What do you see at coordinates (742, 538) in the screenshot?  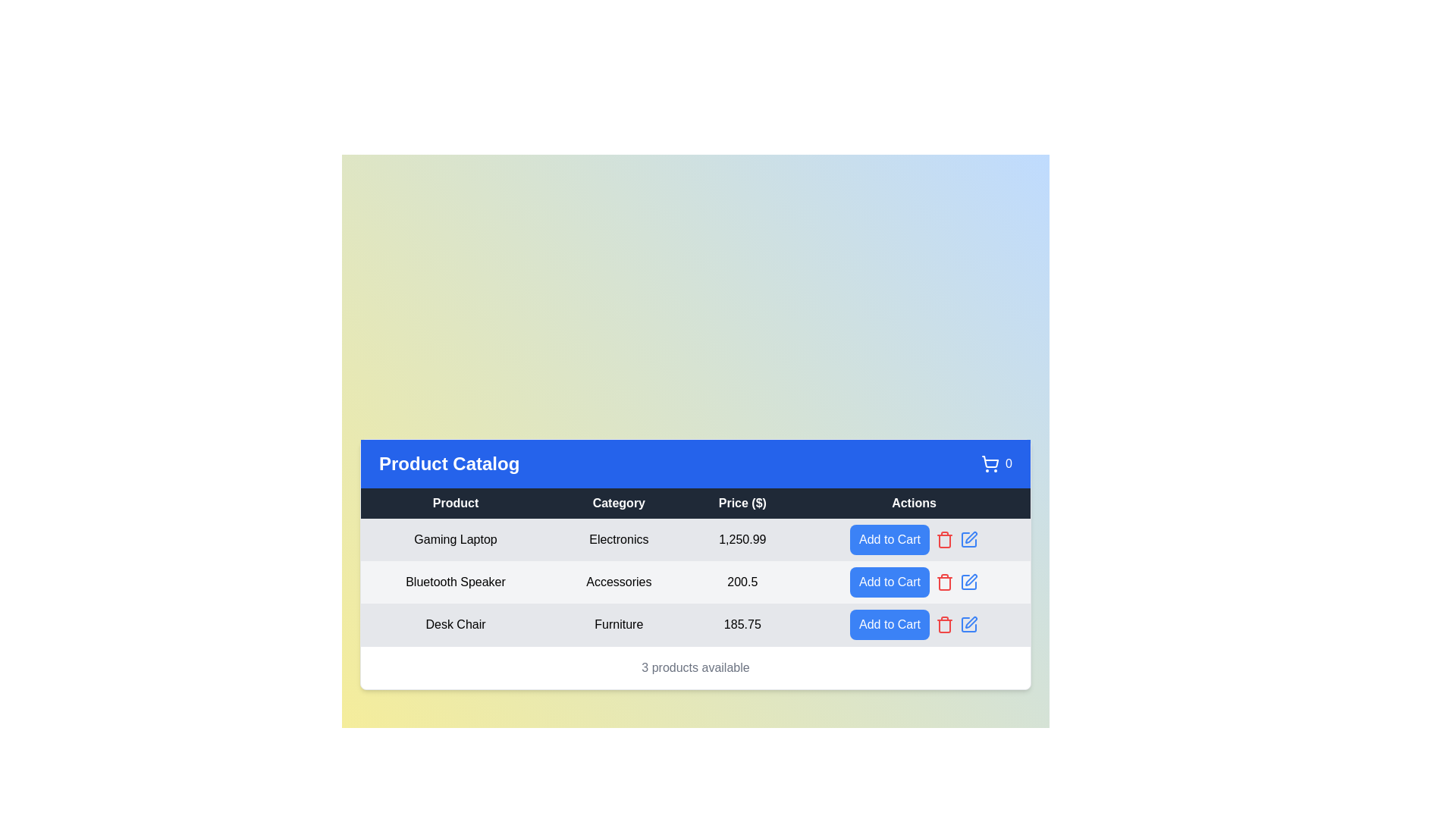 I see `the non-interactive Text Display element that shows the price of the 'Gaming Laptop', positioned in the third cell of the product details table` at bounding box center [742, 538].